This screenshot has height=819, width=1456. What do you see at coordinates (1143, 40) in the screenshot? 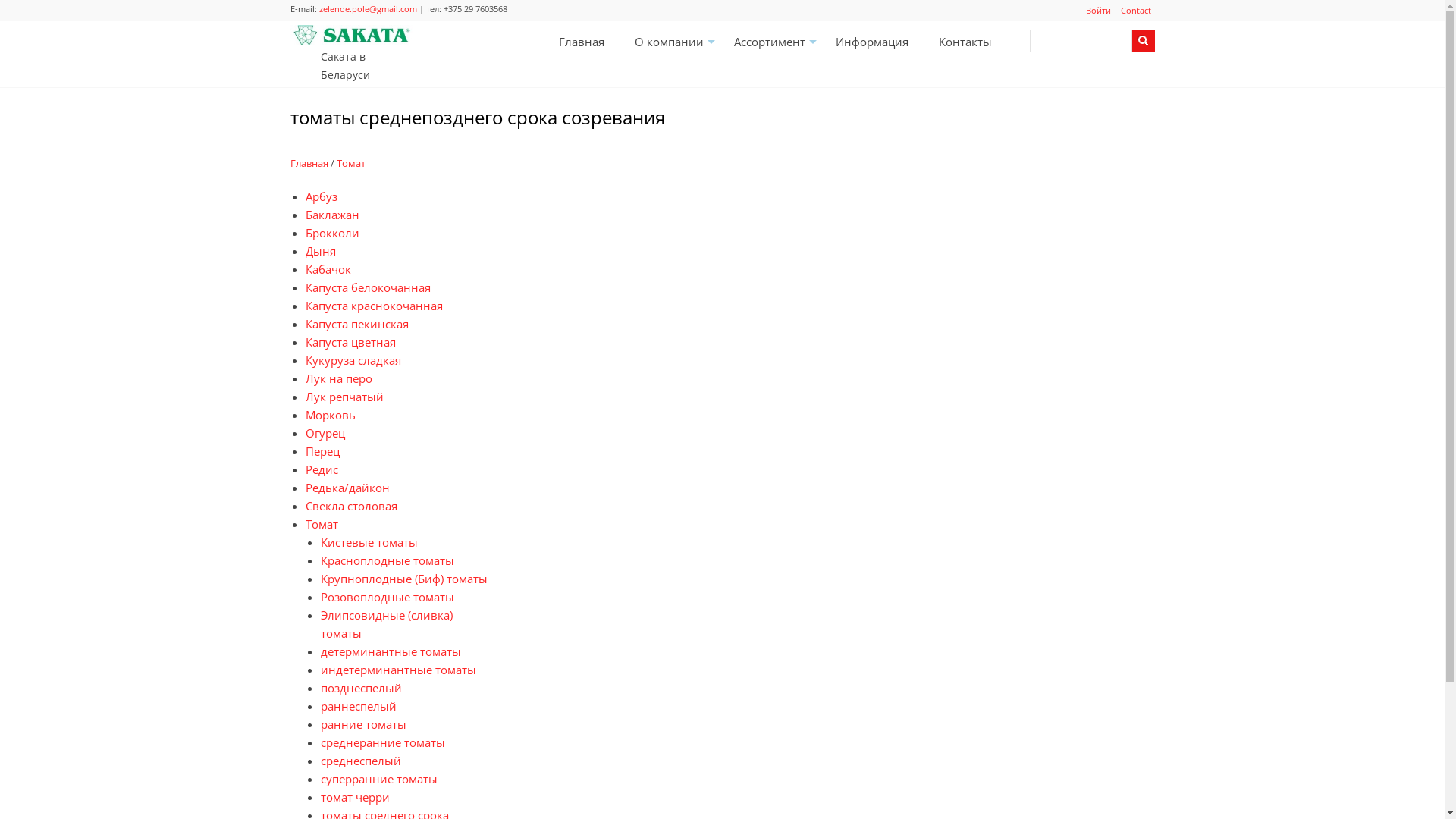
I see `'Search'` at bounding box center [1143, 40].